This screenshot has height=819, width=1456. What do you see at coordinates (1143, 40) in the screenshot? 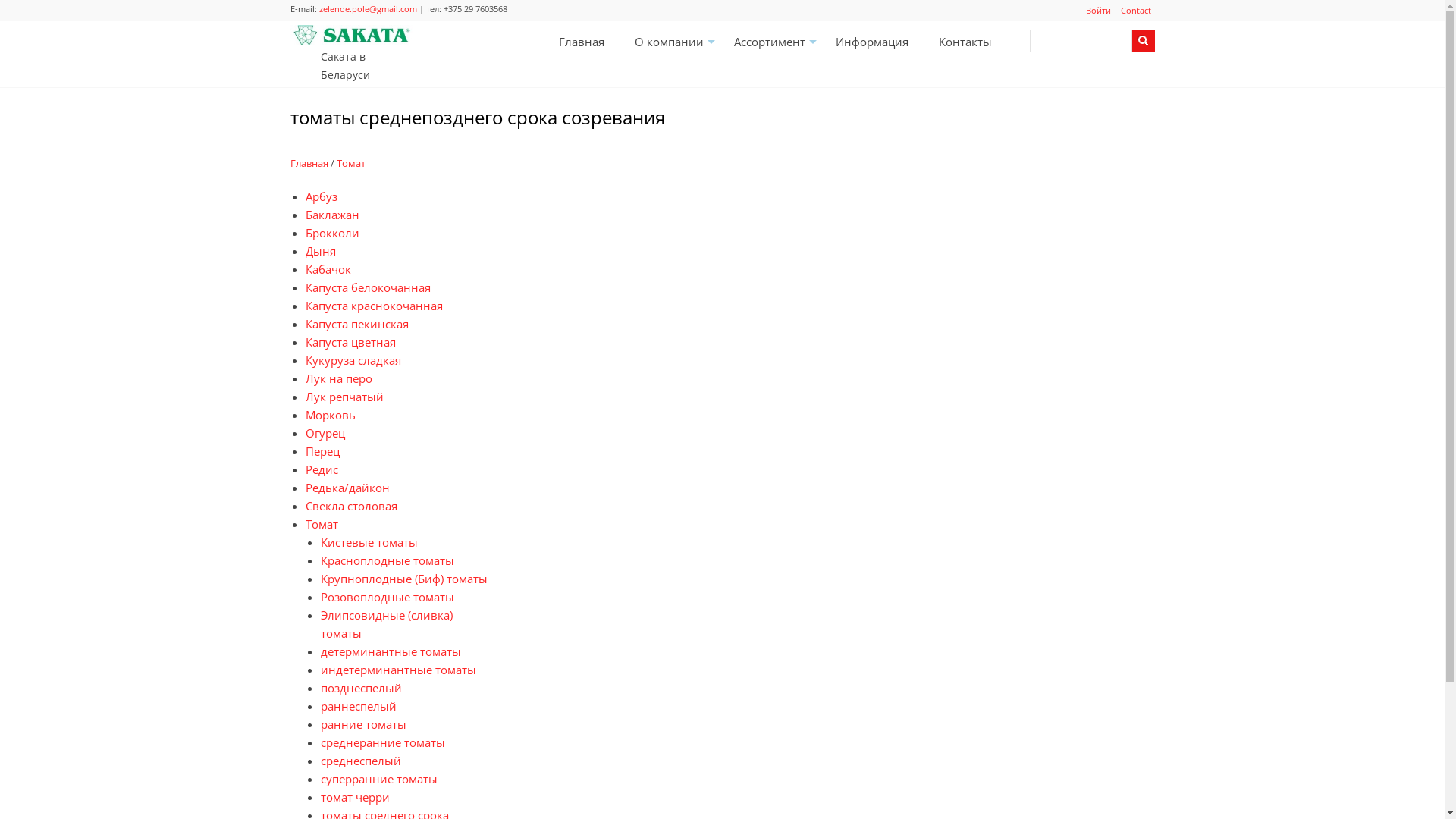
I see `'Search'` at bounding box center [1143, 40].